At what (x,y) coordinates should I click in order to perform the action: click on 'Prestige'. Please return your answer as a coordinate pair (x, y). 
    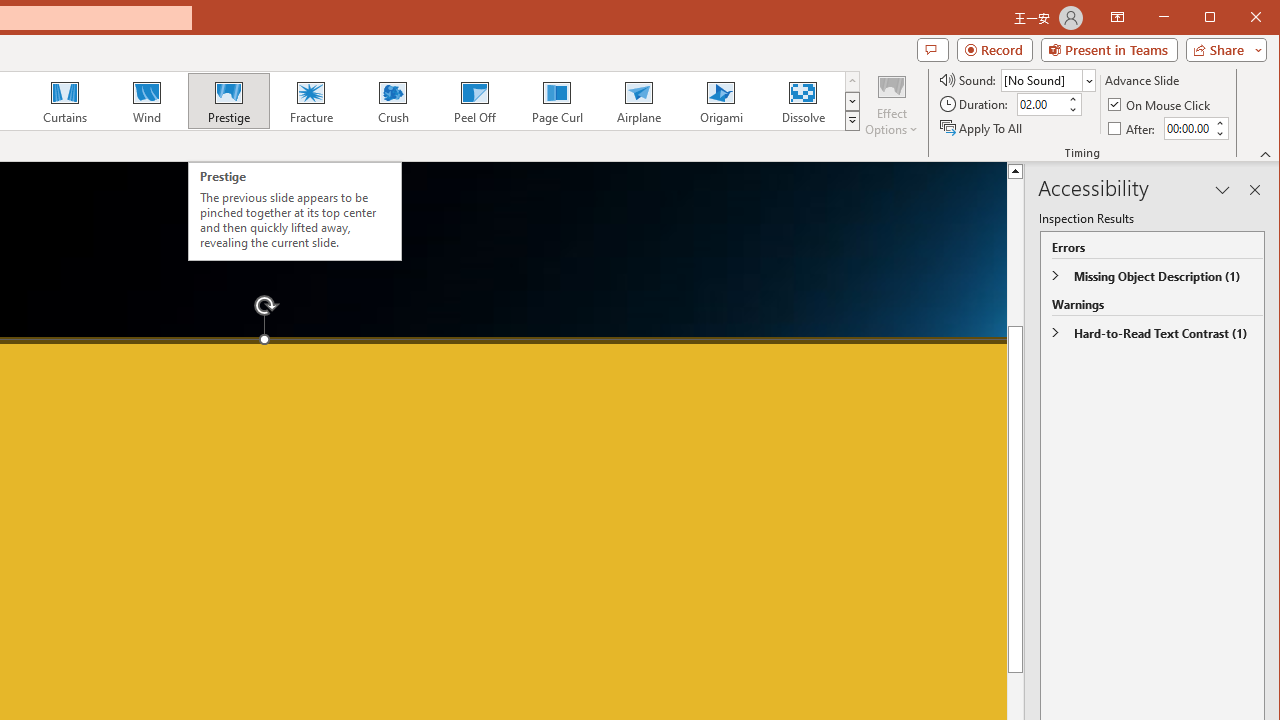
    Looking at the image, I should click on (229, 100).